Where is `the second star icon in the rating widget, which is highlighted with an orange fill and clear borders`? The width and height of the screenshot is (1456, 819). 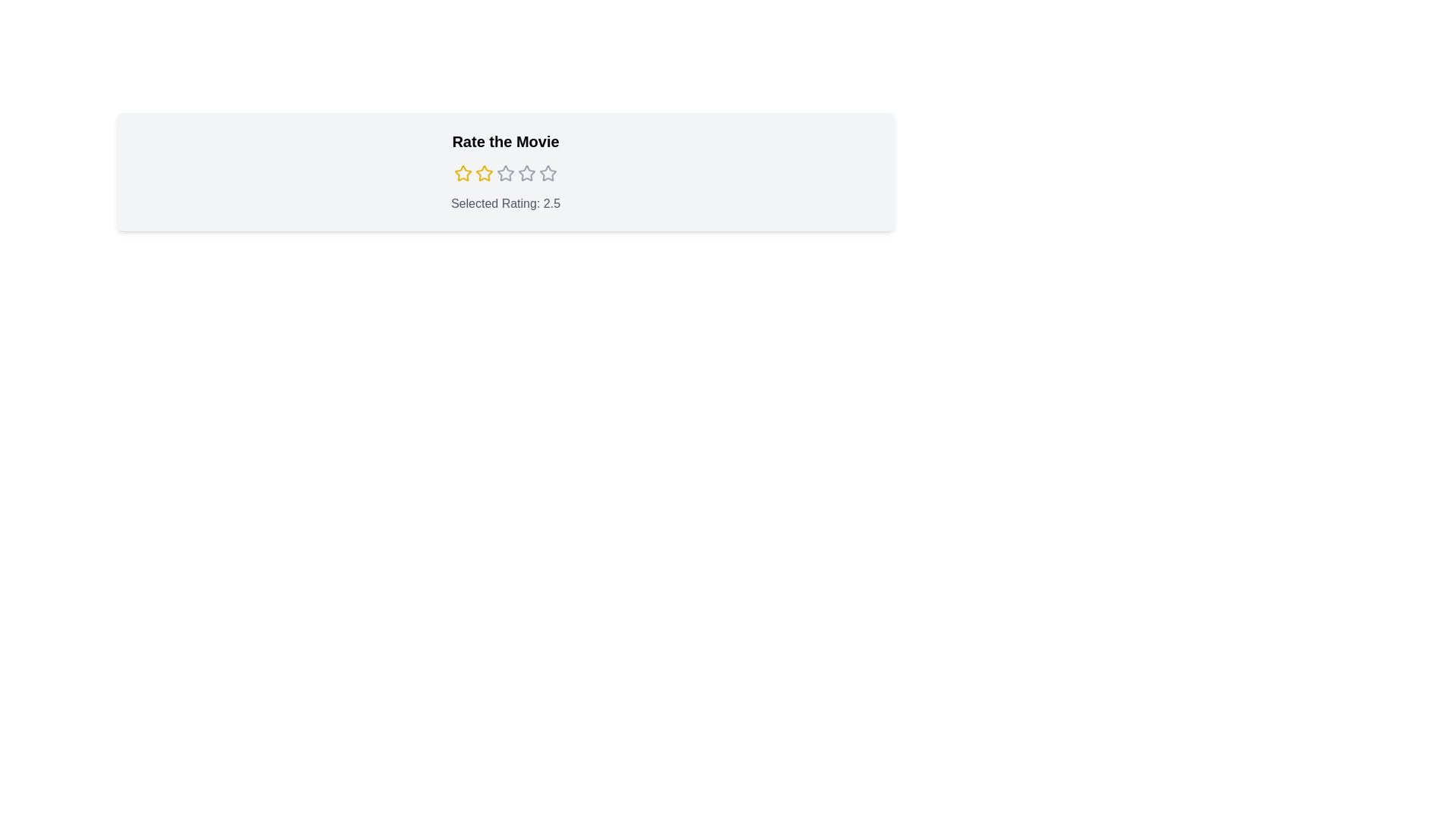 the second star icon in the rating widget, which is highlighted with an orange fill and clear borders is located at coordinates (483, 172).